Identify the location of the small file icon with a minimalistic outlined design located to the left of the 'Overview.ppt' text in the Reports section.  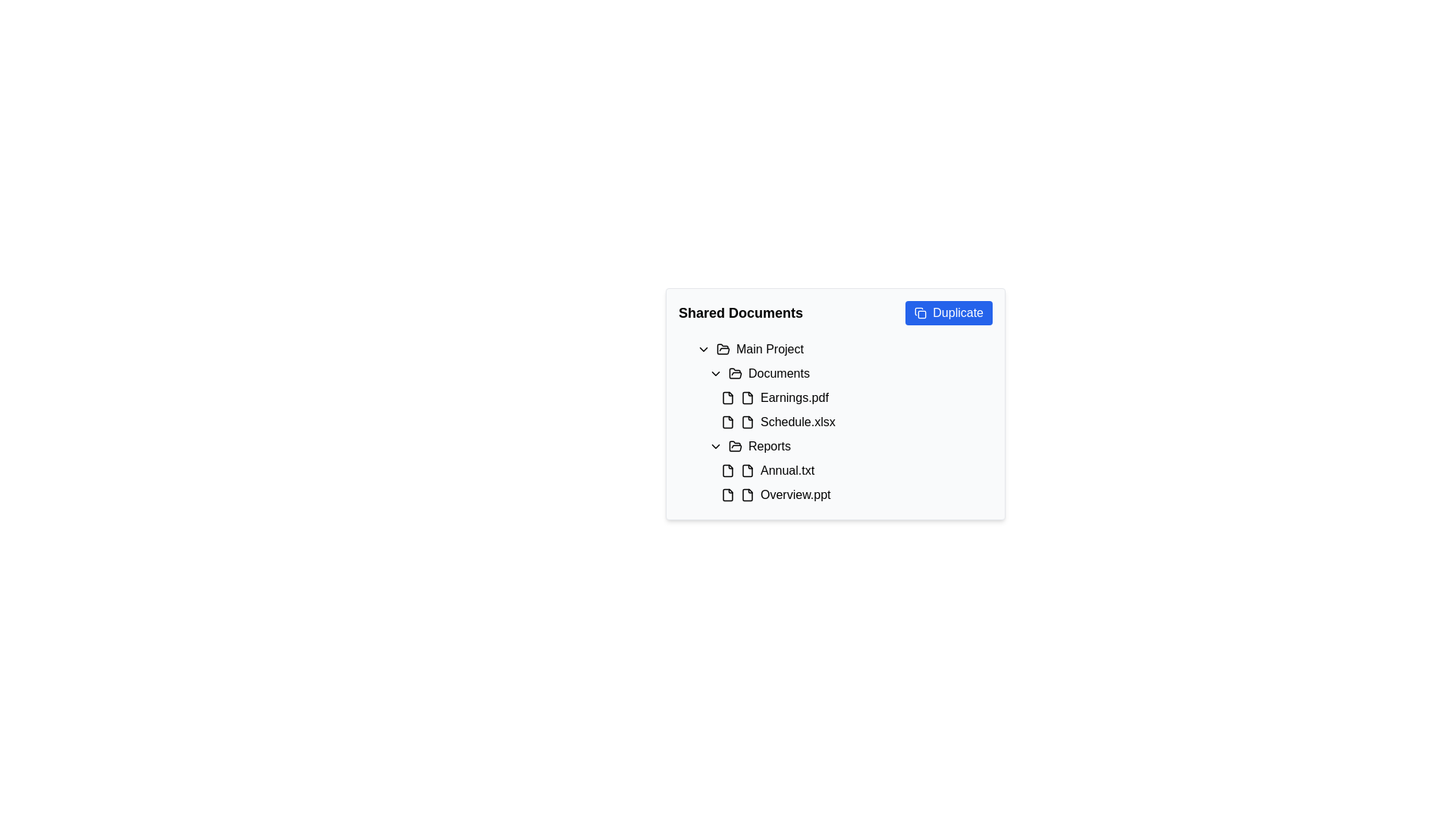
(747, 494).